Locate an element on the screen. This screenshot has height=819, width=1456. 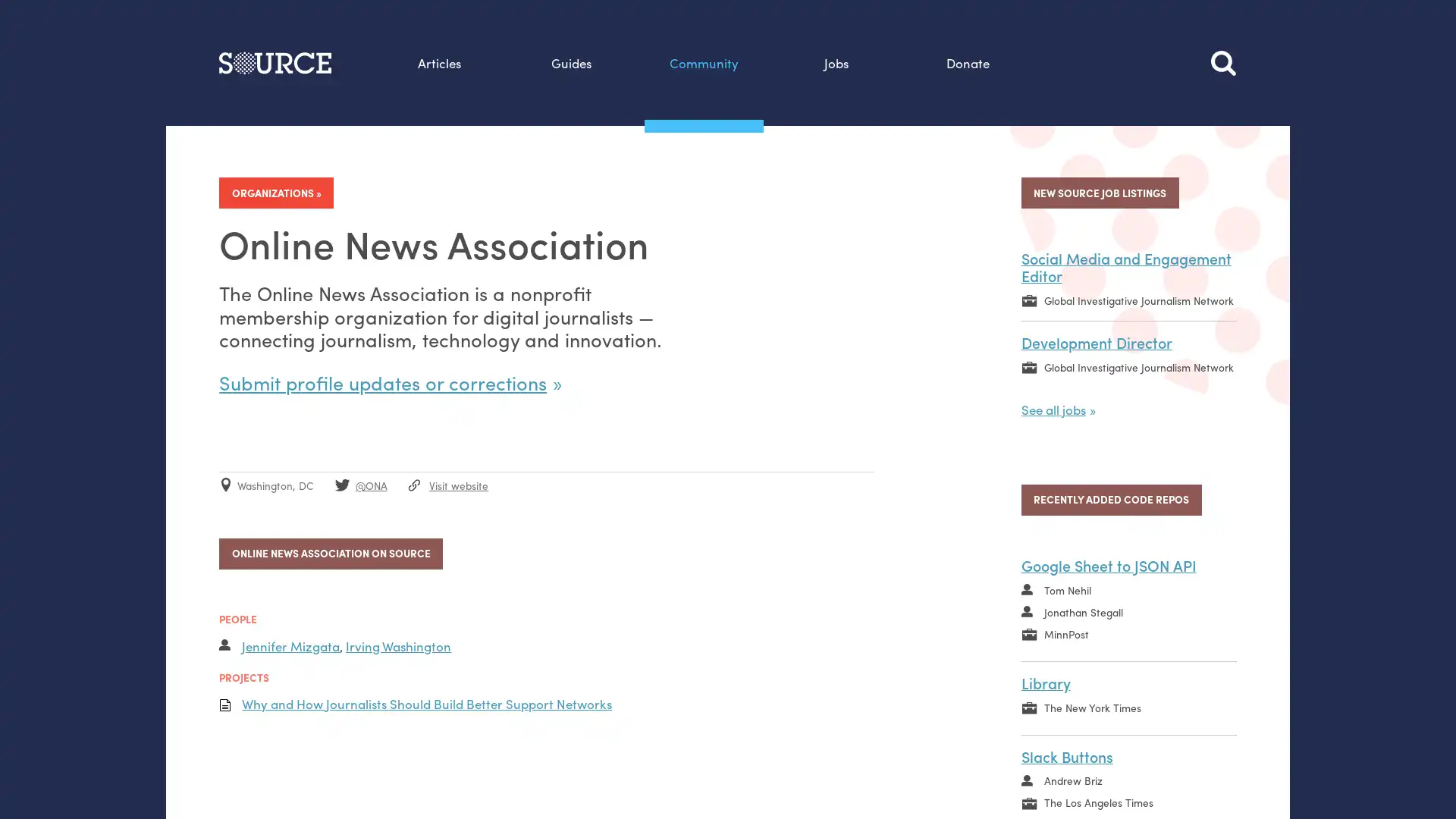
Search this site is located at coordinates (165, 125).